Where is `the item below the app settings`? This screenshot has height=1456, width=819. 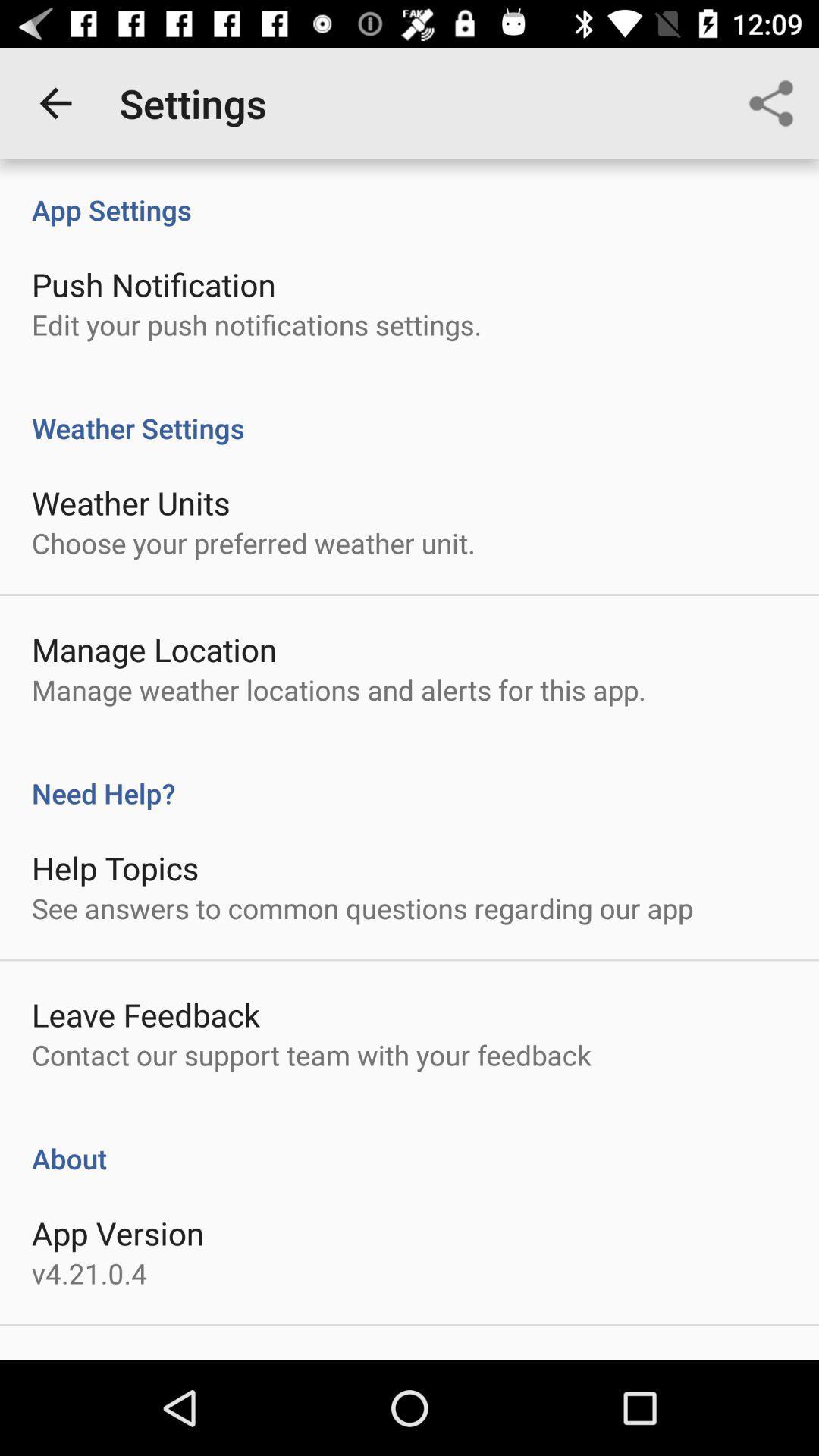
the item below the app settings is located at coordinates (153, 284).